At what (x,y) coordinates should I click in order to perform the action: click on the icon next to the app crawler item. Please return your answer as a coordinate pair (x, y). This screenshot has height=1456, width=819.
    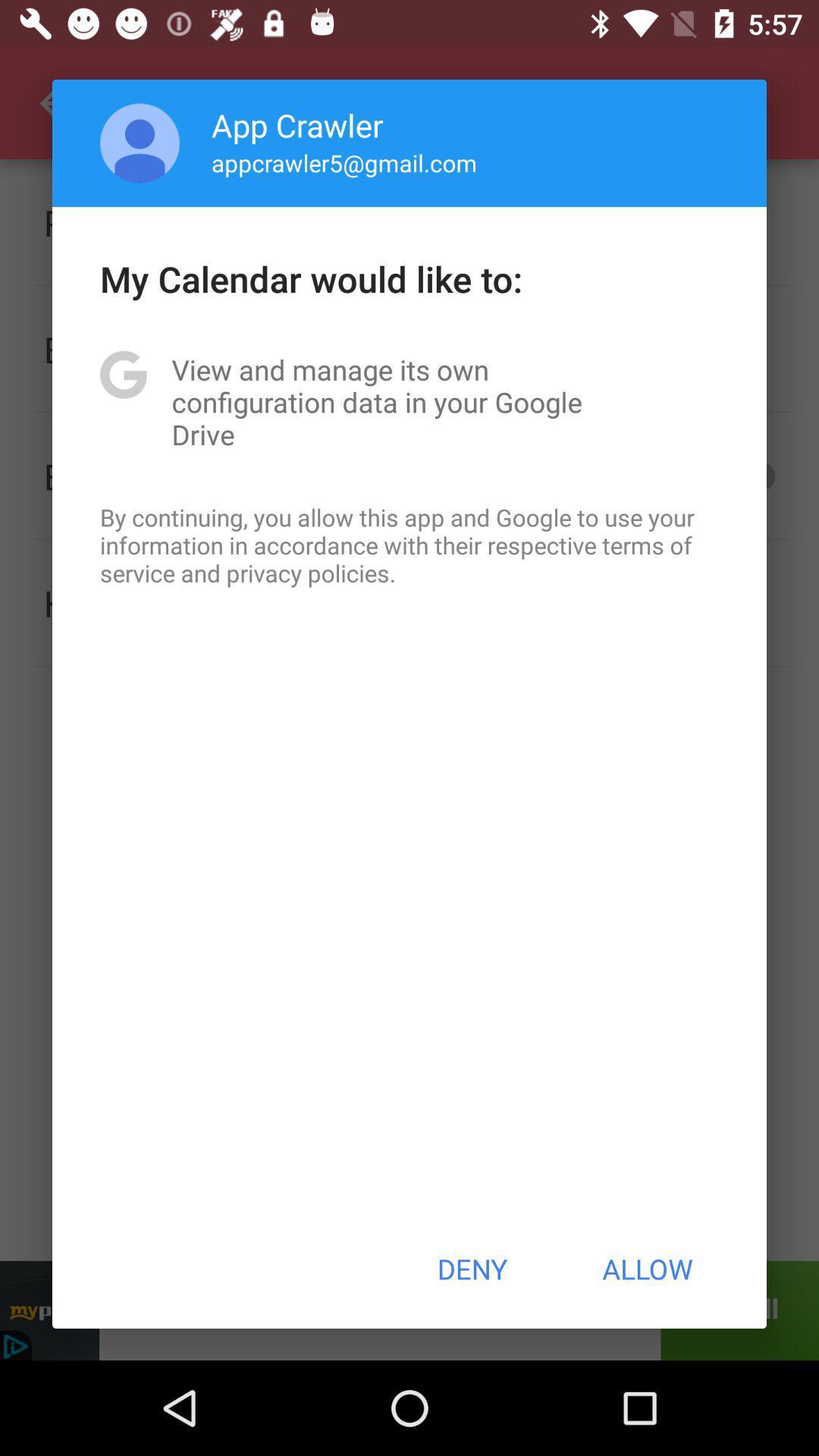
    Looking at the image, I should click on (140, 143).